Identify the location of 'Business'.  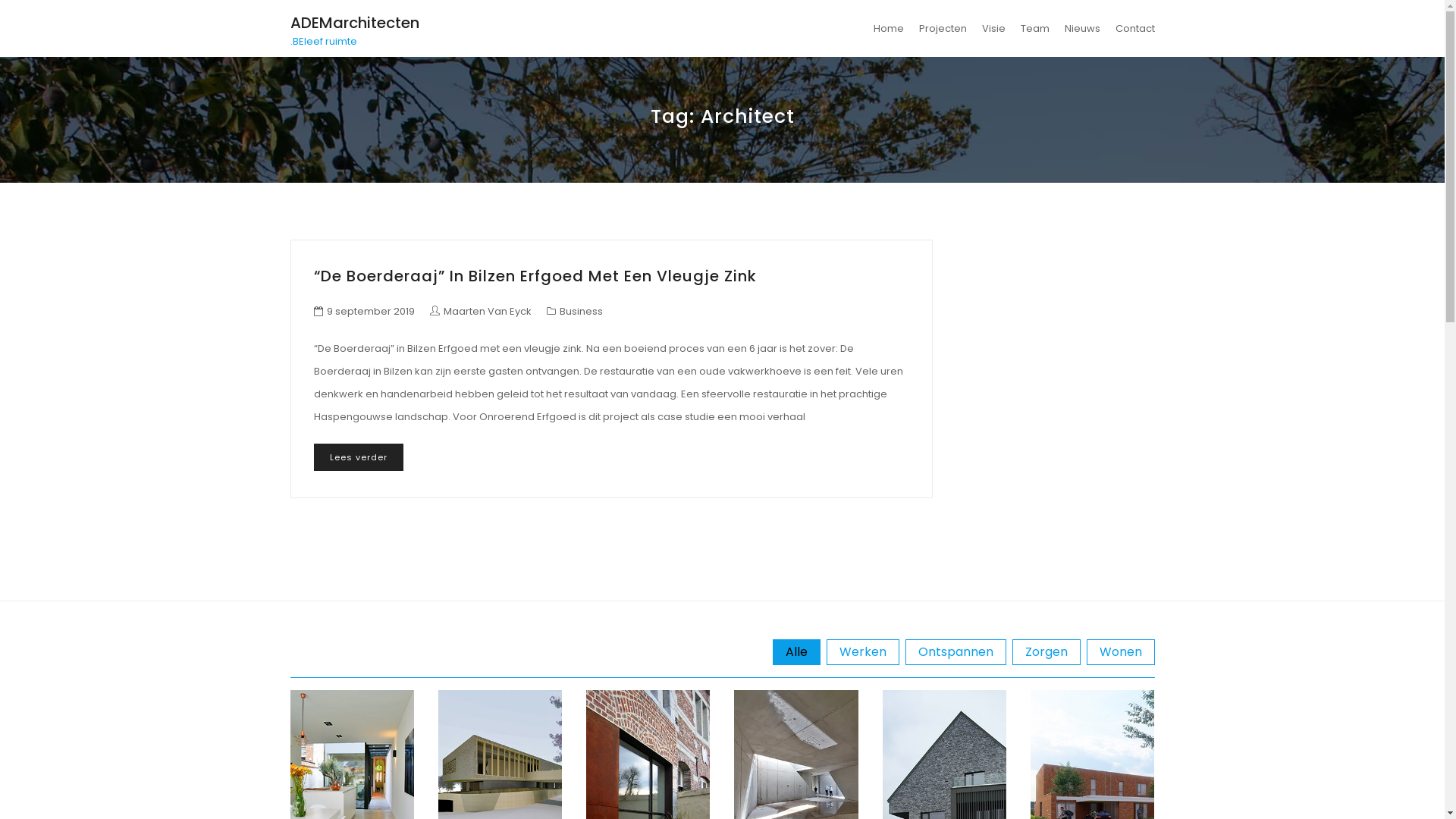
(580, 310).